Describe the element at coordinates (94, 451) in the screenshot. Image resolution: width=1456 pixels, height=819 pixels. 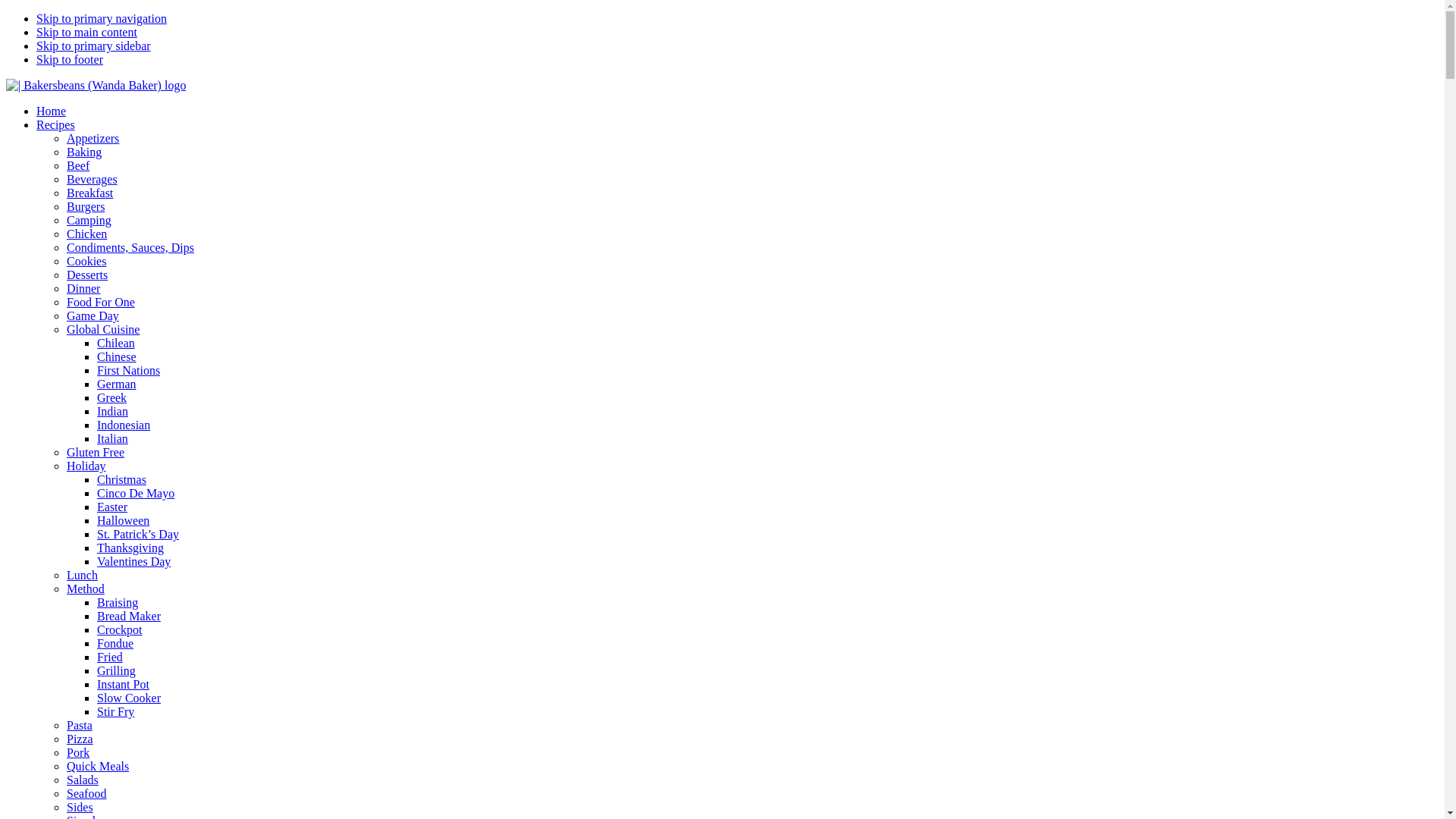
I see `'Gluten Free'` at that location.